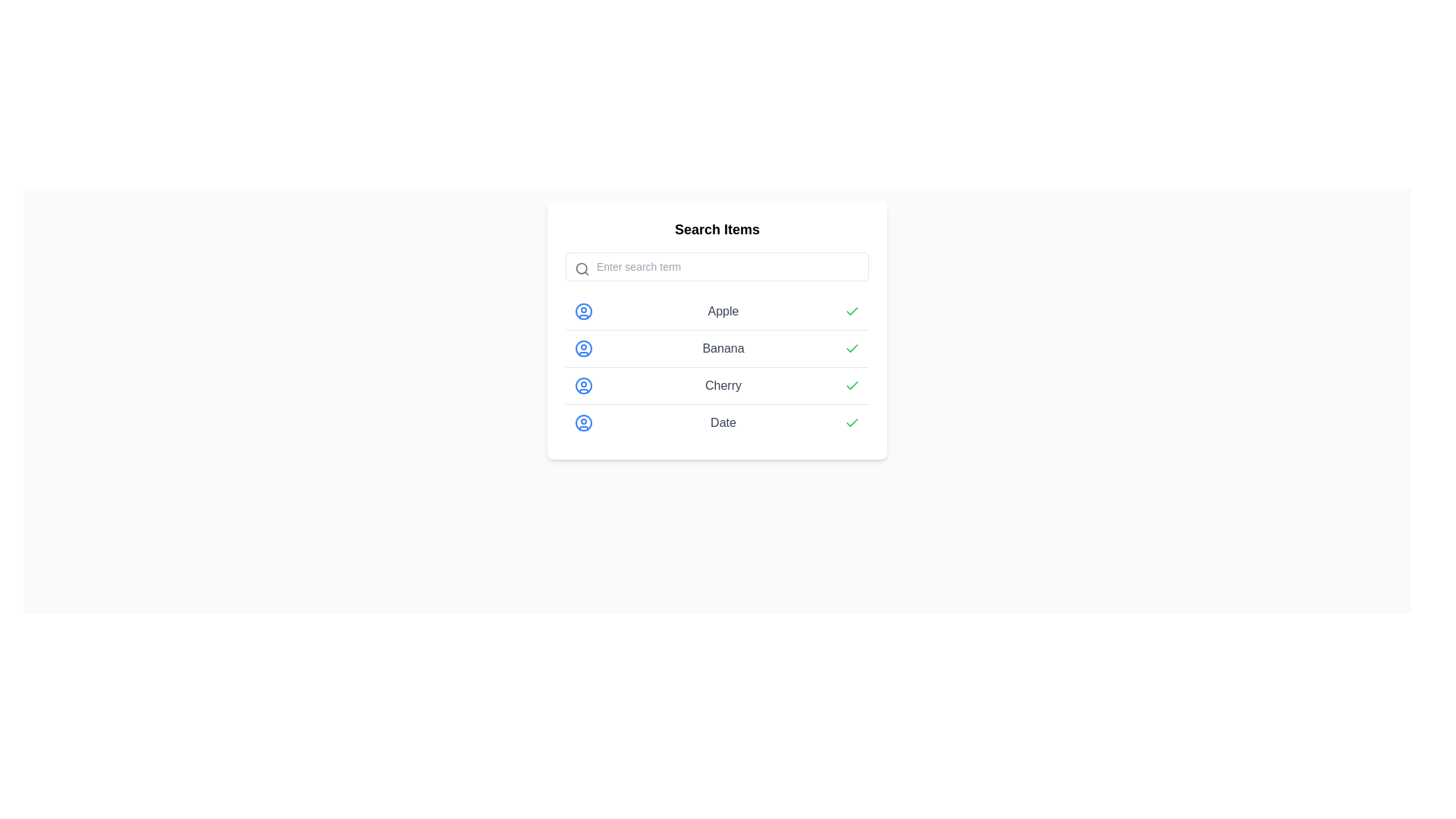  What do you see at coordinates (582, 311) in the screenshot?
I see `the circular user profile icon with a blue stroke, located to the left of the label 'Apple'` at bounding box center [582, 311].